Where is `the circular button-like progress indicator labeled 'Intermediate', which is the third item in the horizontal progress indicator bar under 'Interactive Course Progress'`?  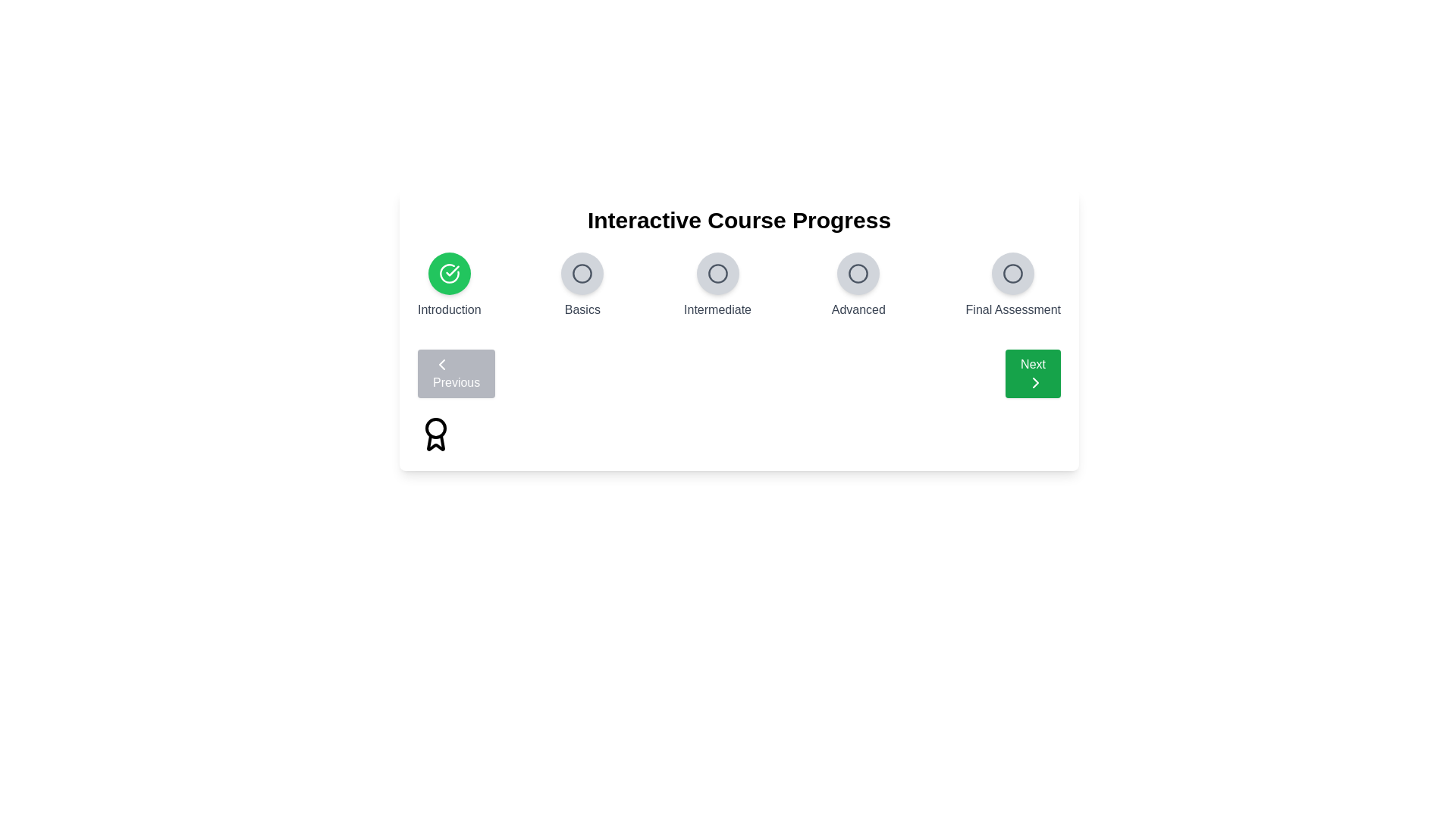 the circular button-like progress indicator labeled 'Intermediate', which is the third item in the horizontal progress indicator bar under 'Interactive Course Progress' is located at coordinates (717, 286).